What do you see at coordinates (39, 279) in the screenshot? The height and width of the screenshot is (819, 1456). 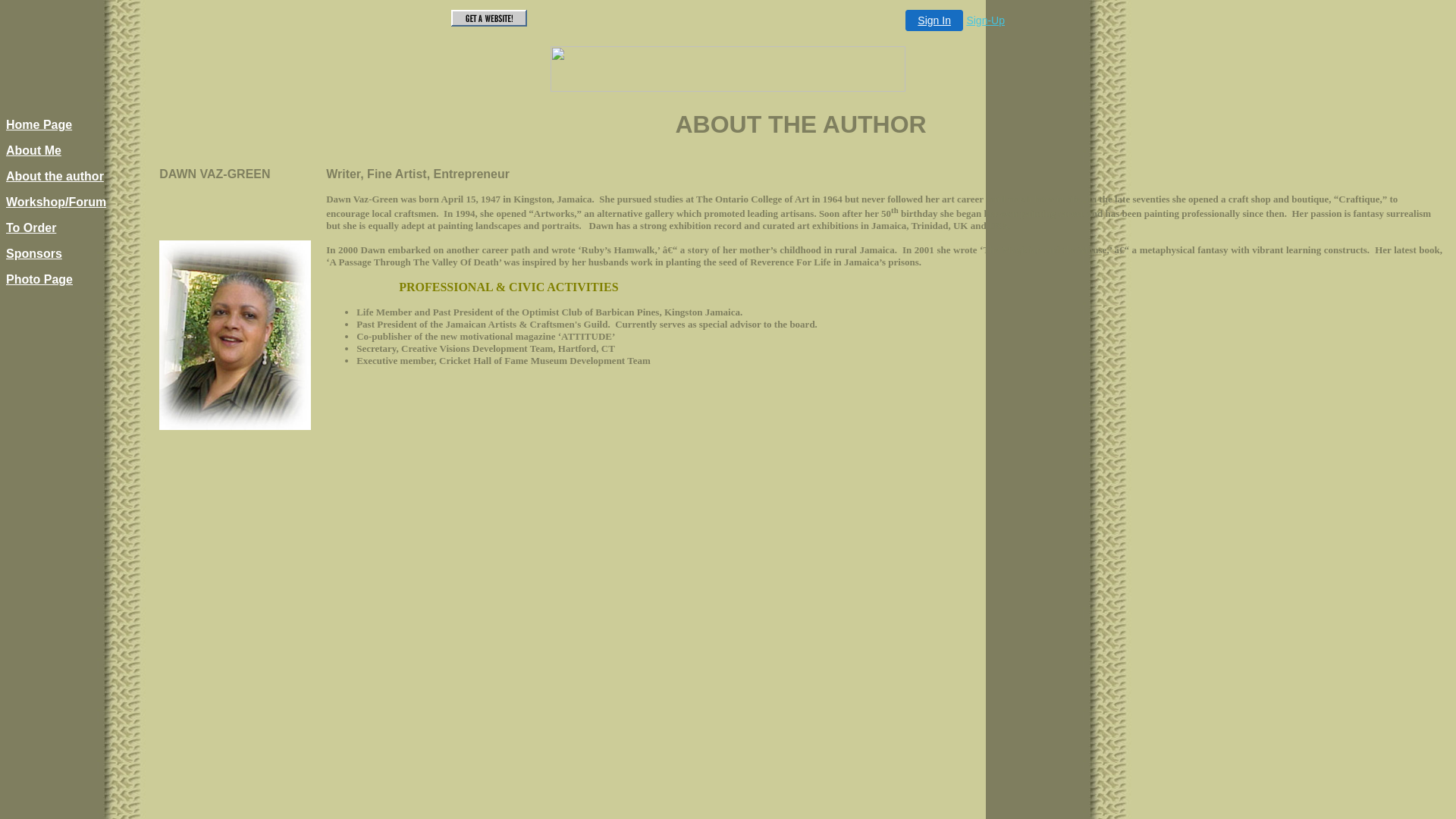 I see `'Photo Page'` at bounding box center [39, 279].